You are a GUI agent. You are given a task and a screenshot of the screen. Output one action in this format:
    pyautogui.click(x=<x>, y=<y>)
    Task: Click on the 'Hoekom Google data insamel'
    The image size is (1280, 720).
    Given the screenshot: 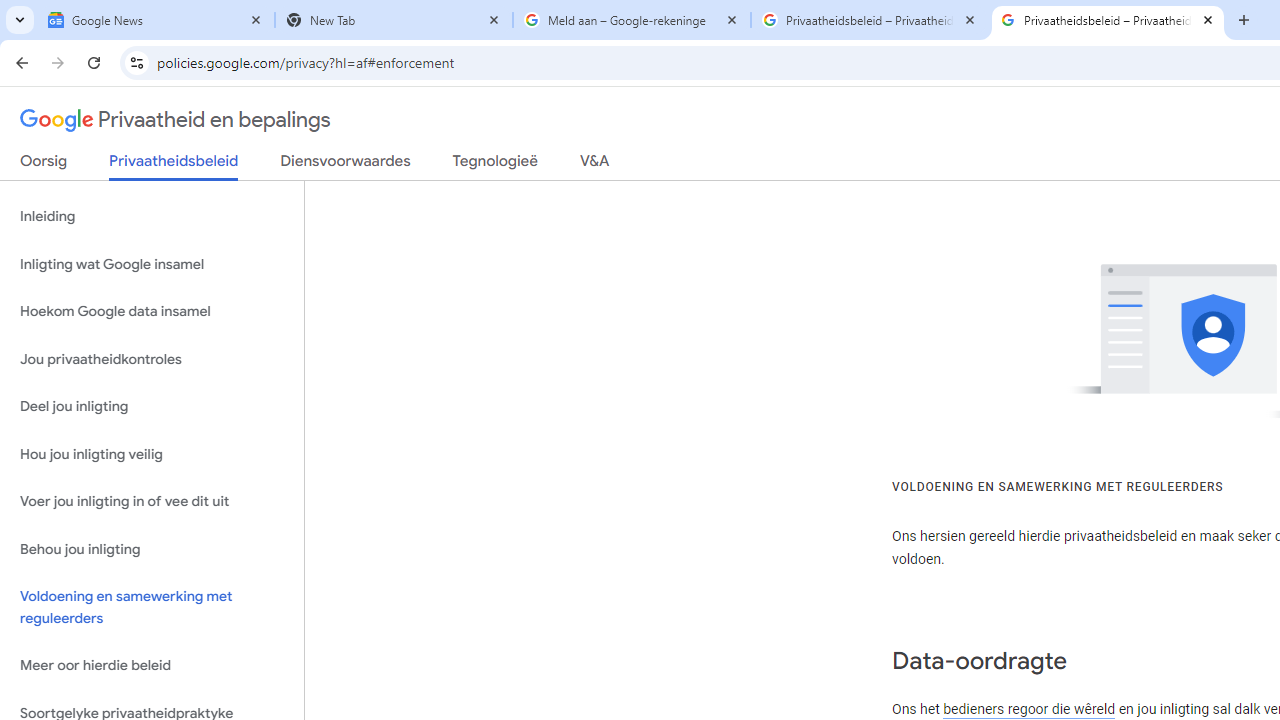 What is the action you would take?
    pyautogui.click(x=151, y=312)
    